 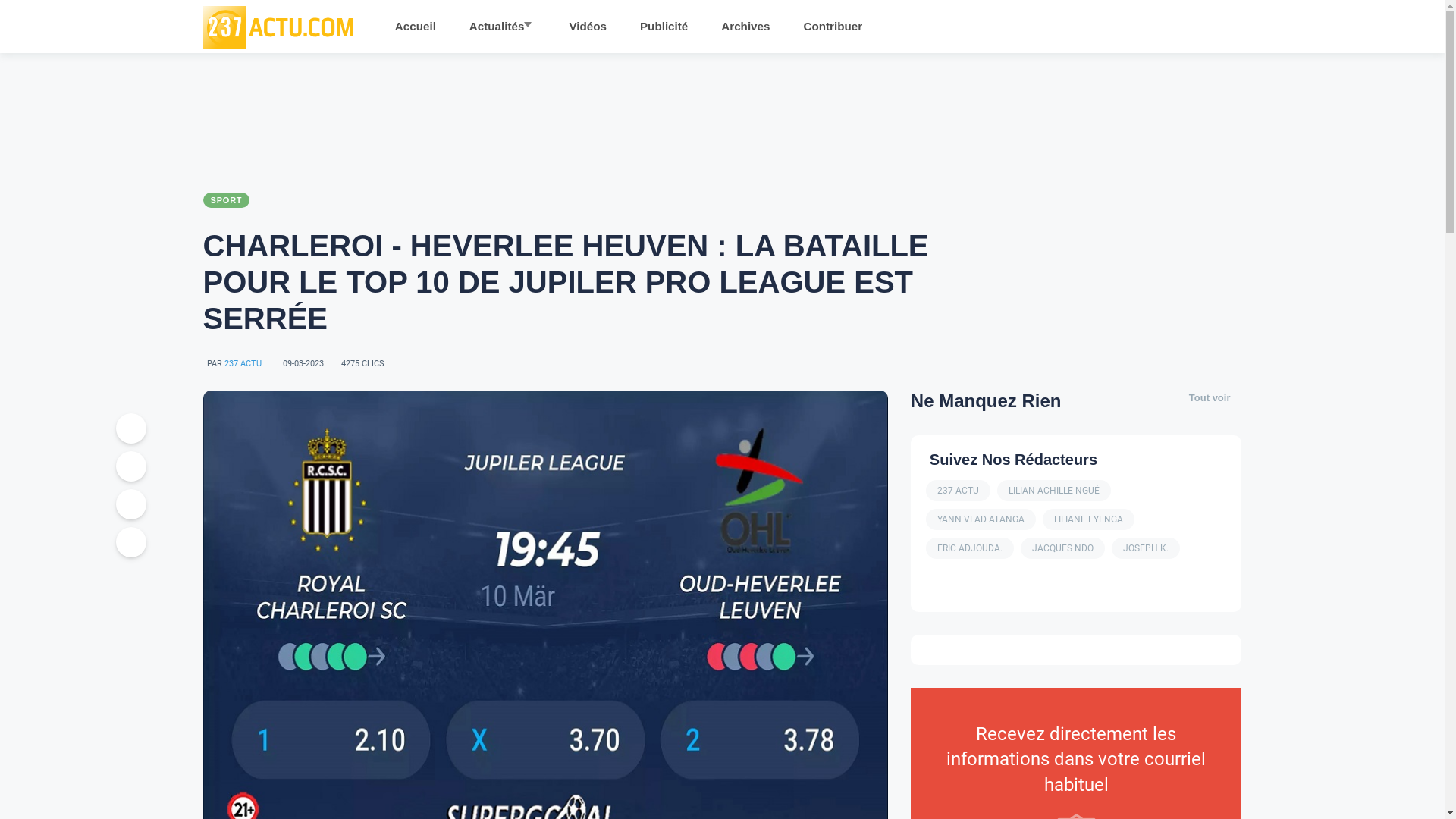 What do you see at coordinates (225, 199) in the screenshot?
I see `'SPORT'` at bounding box center [225, 199].